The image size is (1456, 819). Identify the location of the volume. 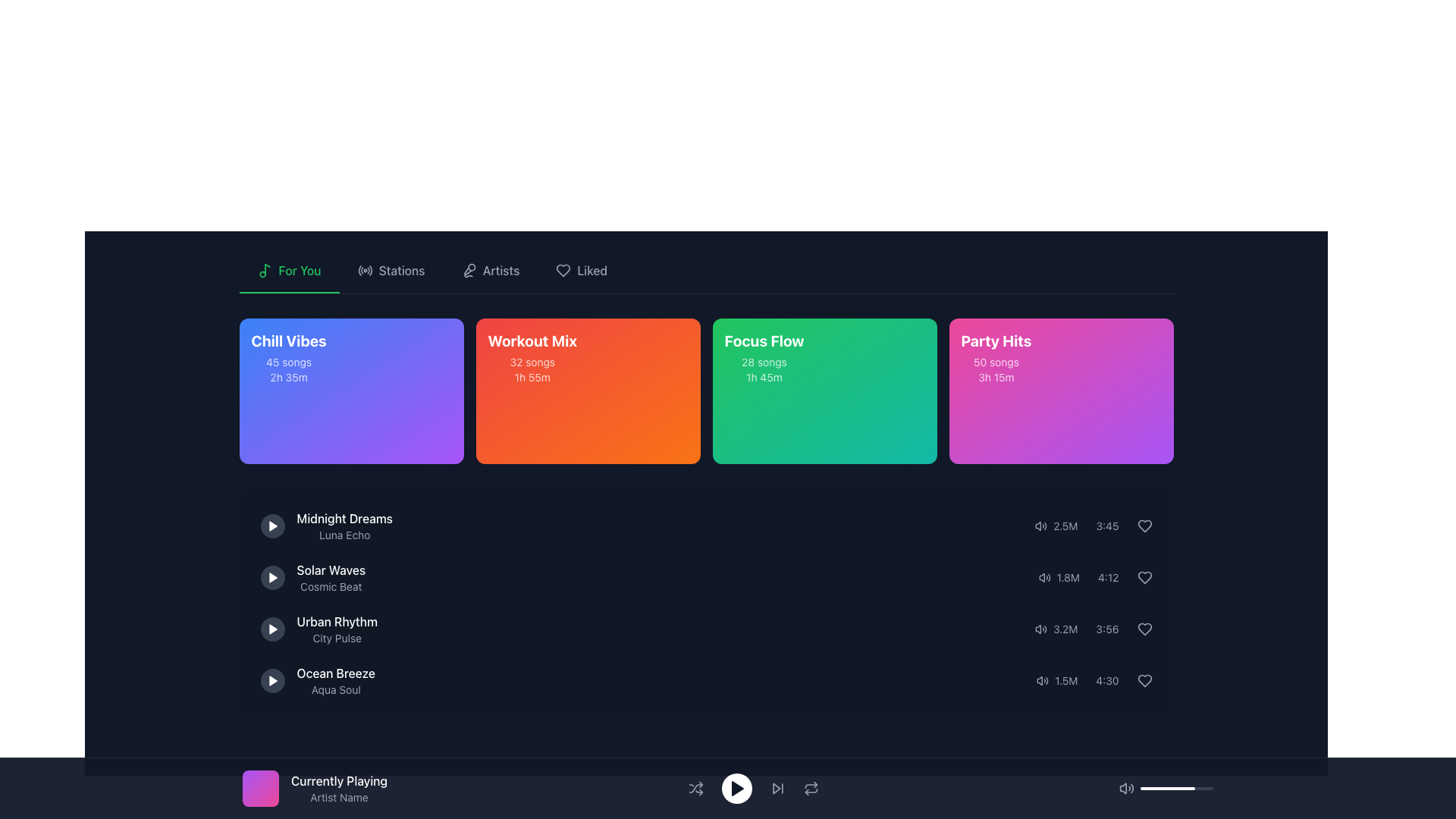
(1150, 788).